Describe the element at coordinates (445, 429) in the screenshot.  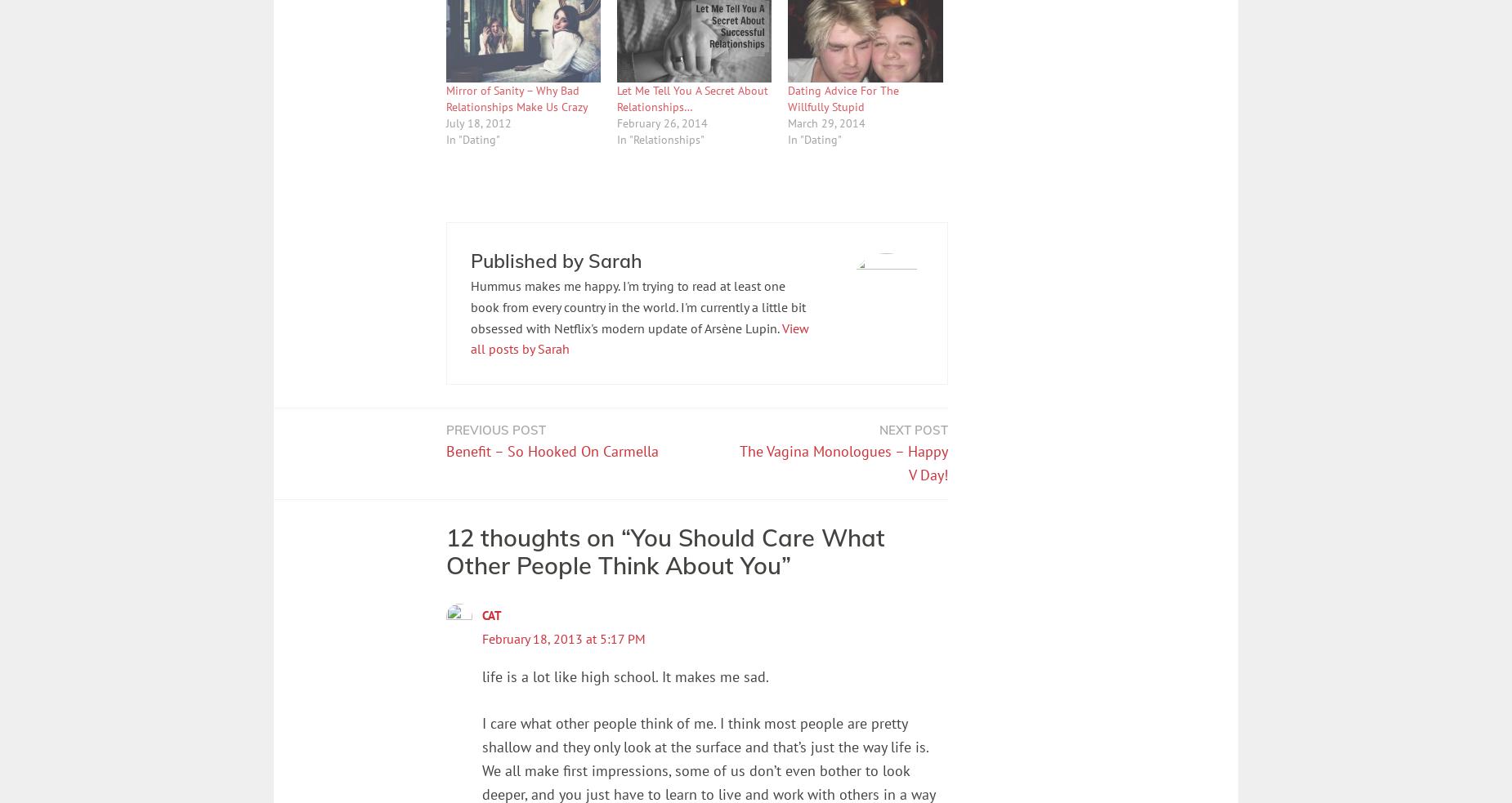
I see `'Previous post'` at that location.